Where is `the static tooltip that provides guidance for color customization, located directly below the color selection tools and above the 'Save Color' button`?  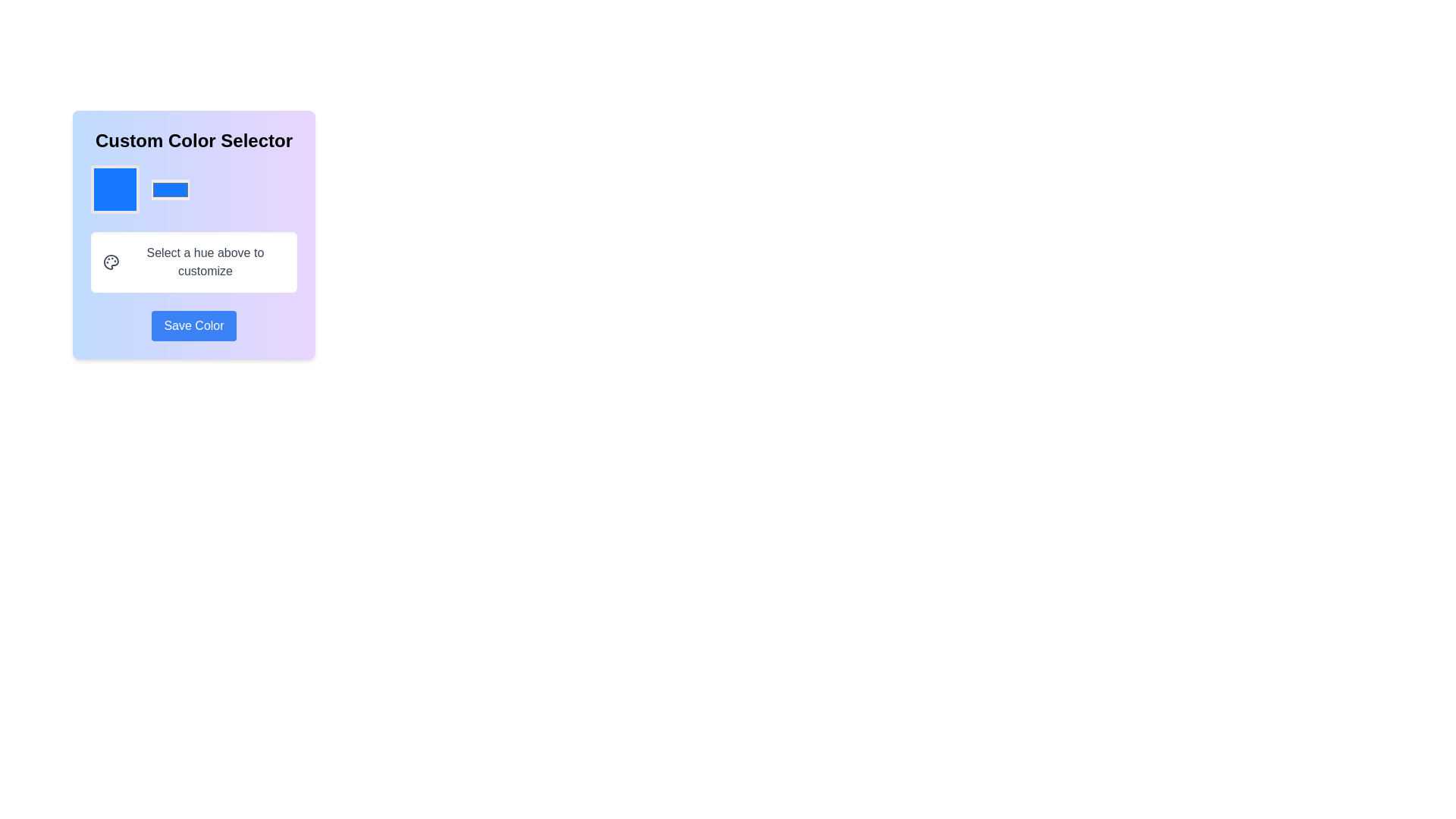
the static tooltip that provides guidance for color customization, located directly below the color selection tools and above the 'Save Color' button is located at coordinates (193, 262).